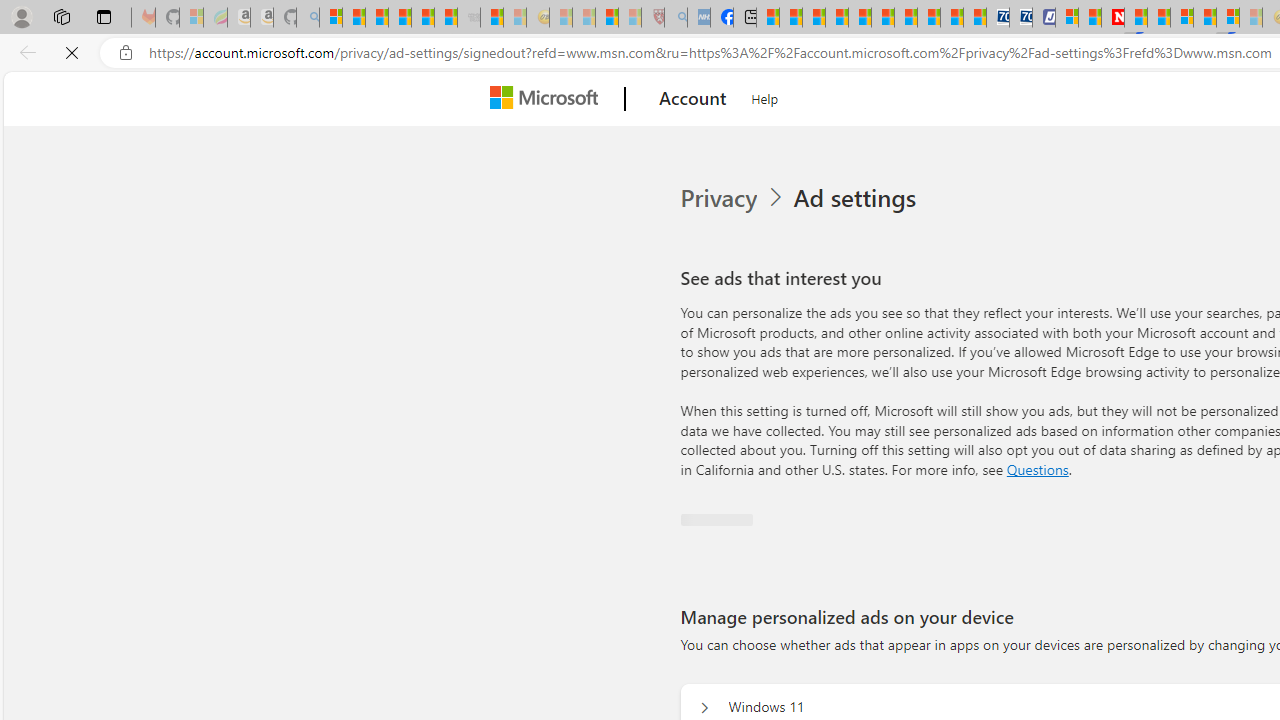 The height and width of the screenshot is (720, 1280). What do you see at coordinates (422, 17) in the screenshot?
I see `'New Report Confirms 2023 Was Record Hot | Watch'` at bounding box center [422, 17].